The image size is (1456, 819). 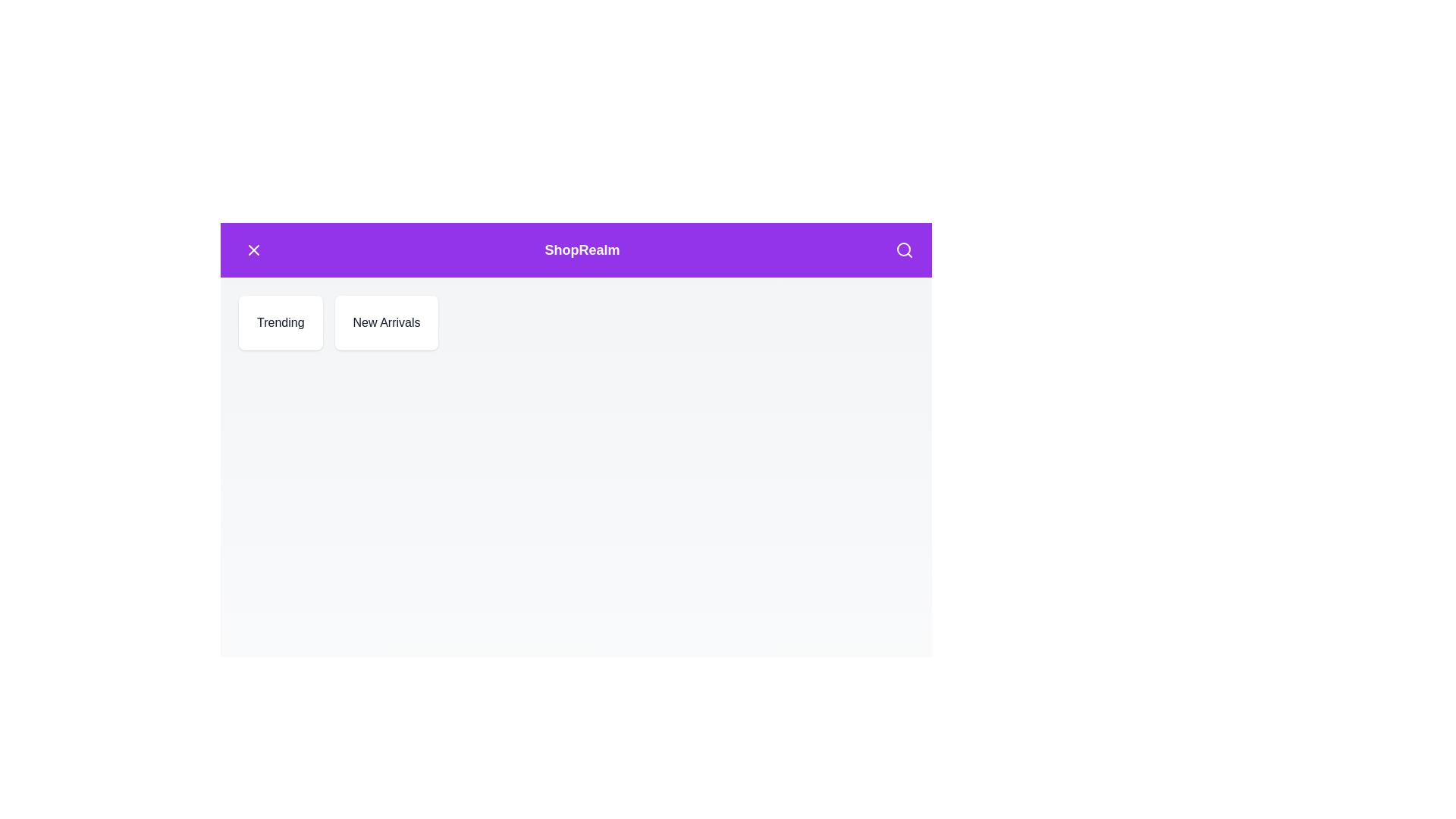 I want to click on the 'Trending' button to explore trending items, so click(x=280, y=322).